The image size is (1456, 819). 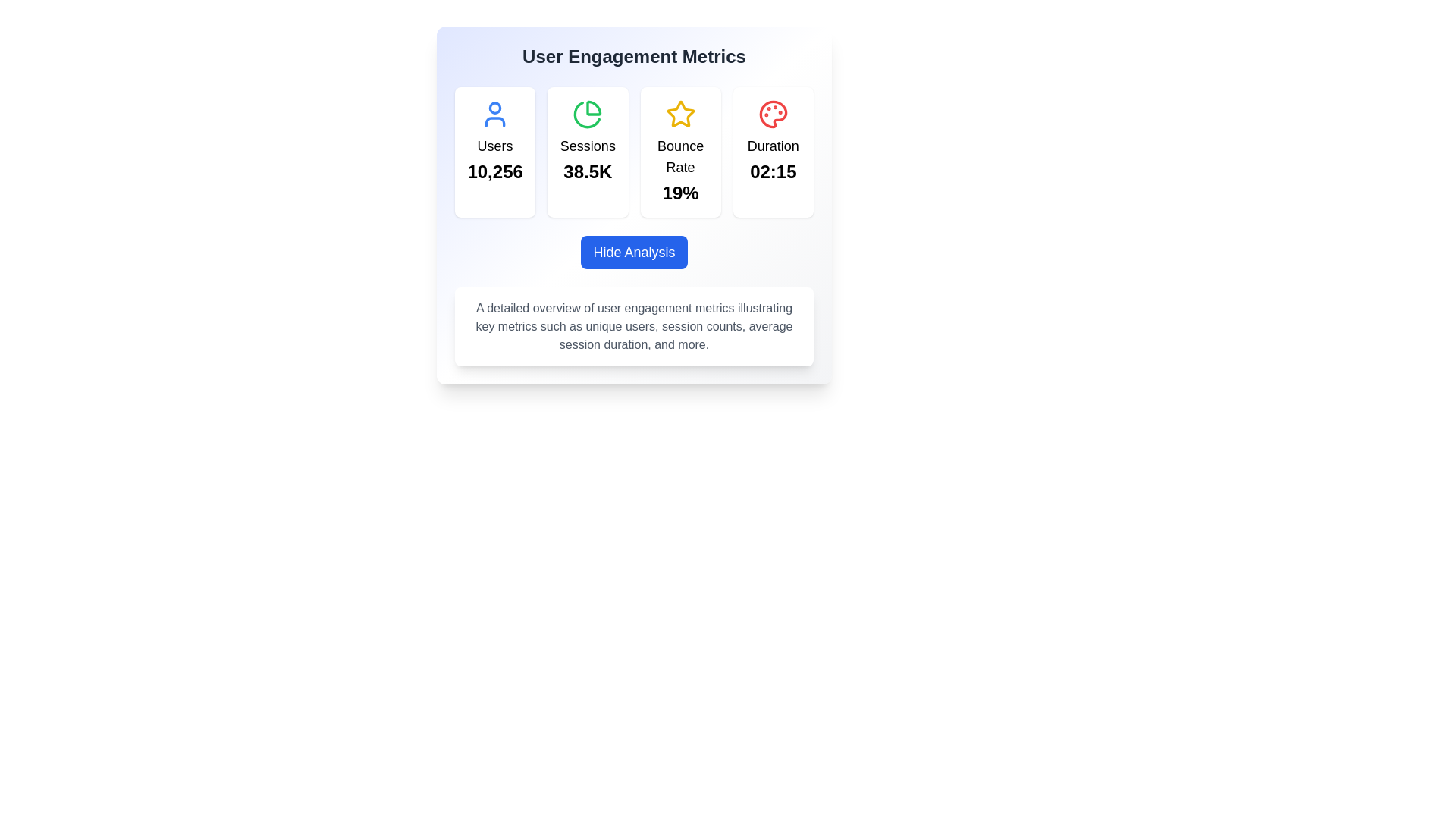 What do you see at coordinates (634, 251) in the screenshot?
I see `the 'Hide Analysis' button, which is a rectangular button with white text on a blue background, located underneath engagement metrics` at bounding box center [634, 251].